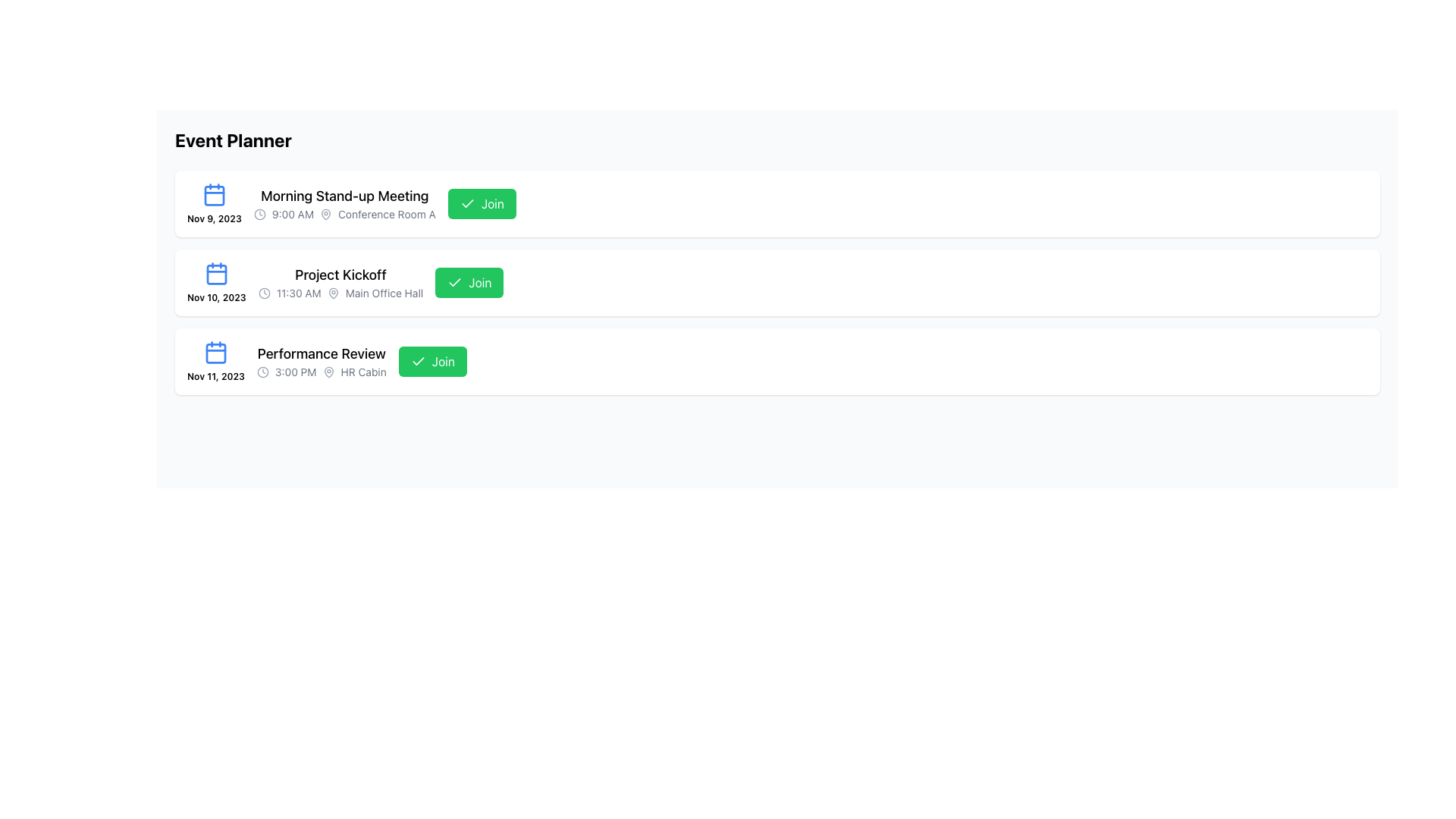  Describe the element at coordinates (232, 140) in the screenshot. I see `text of the element displaying 'Event Planner' in a bold, black font at the top-left corner of the main content area` at that location.